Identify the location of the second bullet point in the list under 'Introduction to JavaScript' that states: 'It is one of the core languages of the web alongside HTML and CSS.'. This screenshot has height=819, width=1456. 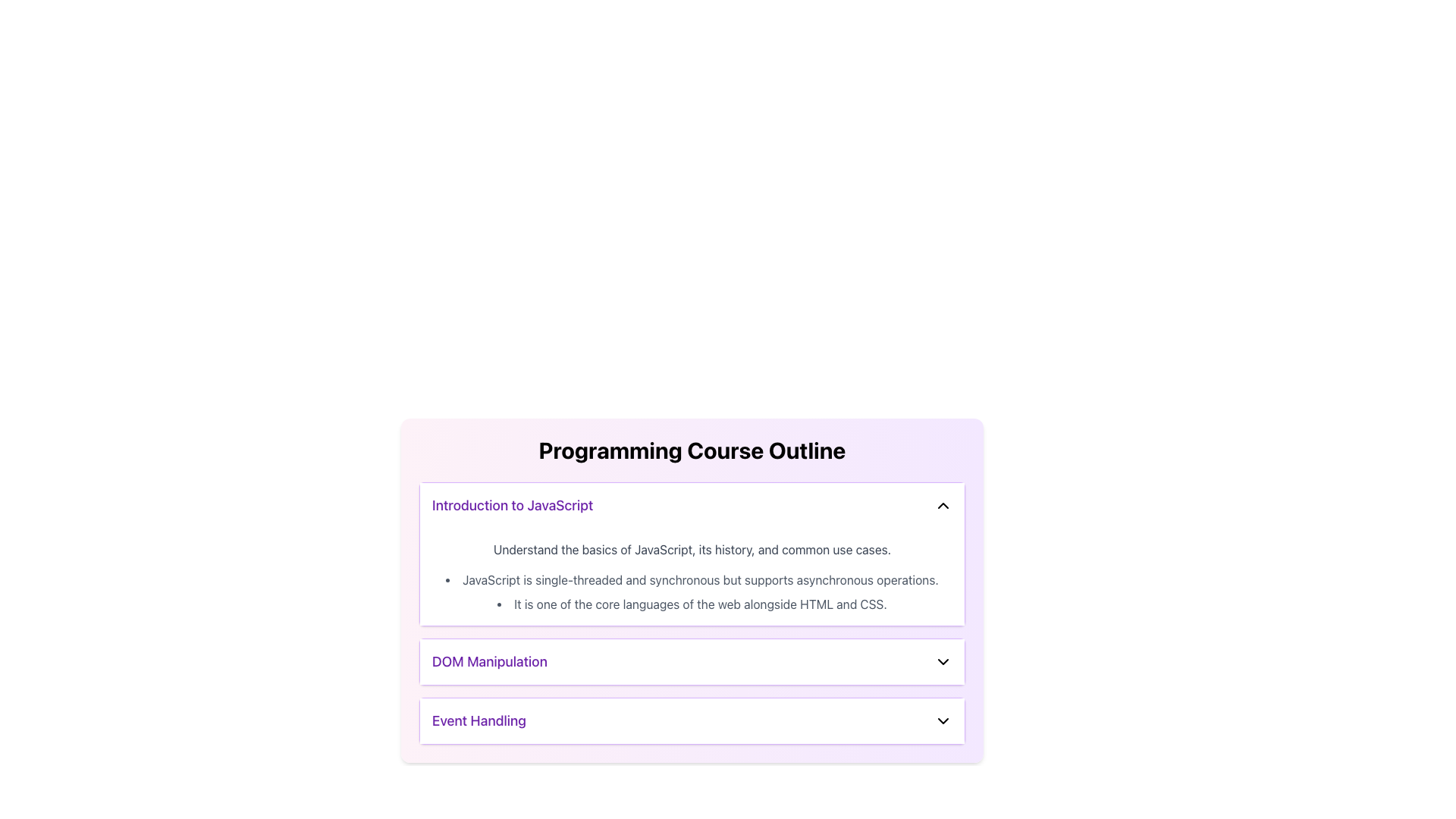
(691, 604).